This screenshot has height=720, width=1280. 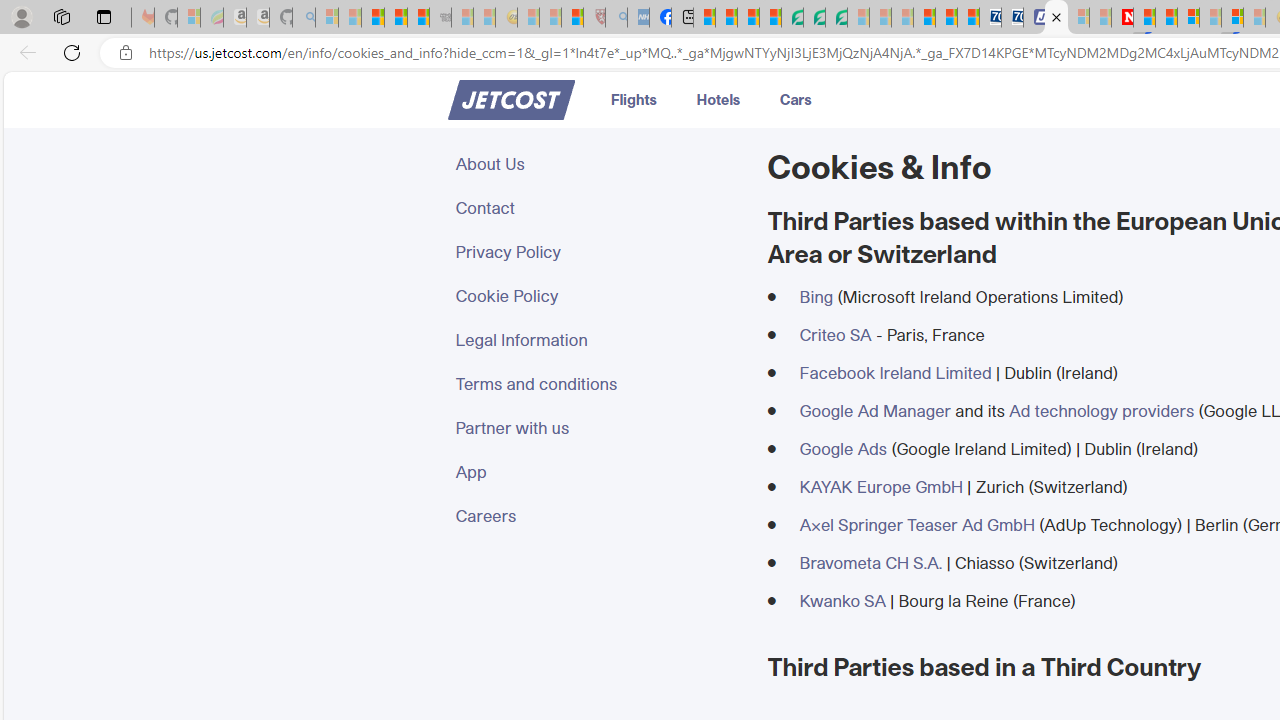 What do you see at coordinates (598, 163) in the screenshot?
I see `'About Us'` at bounding box center [598, 163].